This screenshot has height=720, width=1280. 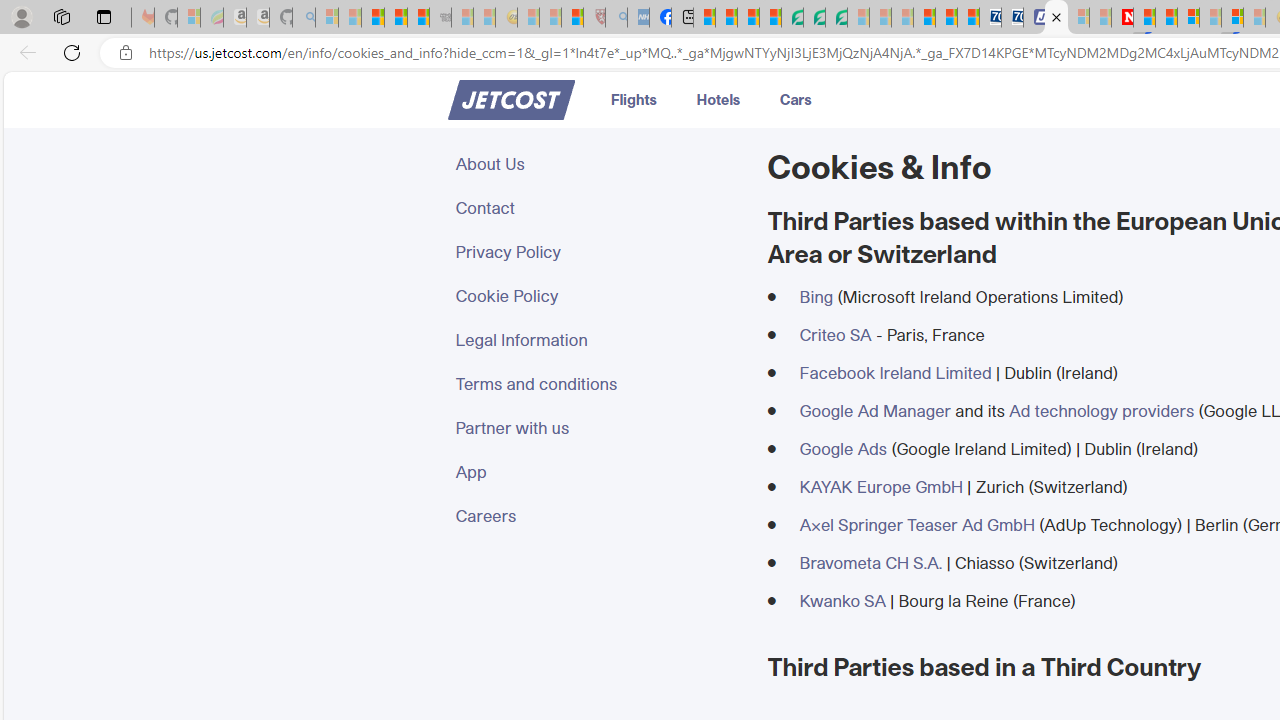 What do you see at coordinates (598, 163) in the screenshot?
I see `'About Us'` at bounding box center [598, 163].